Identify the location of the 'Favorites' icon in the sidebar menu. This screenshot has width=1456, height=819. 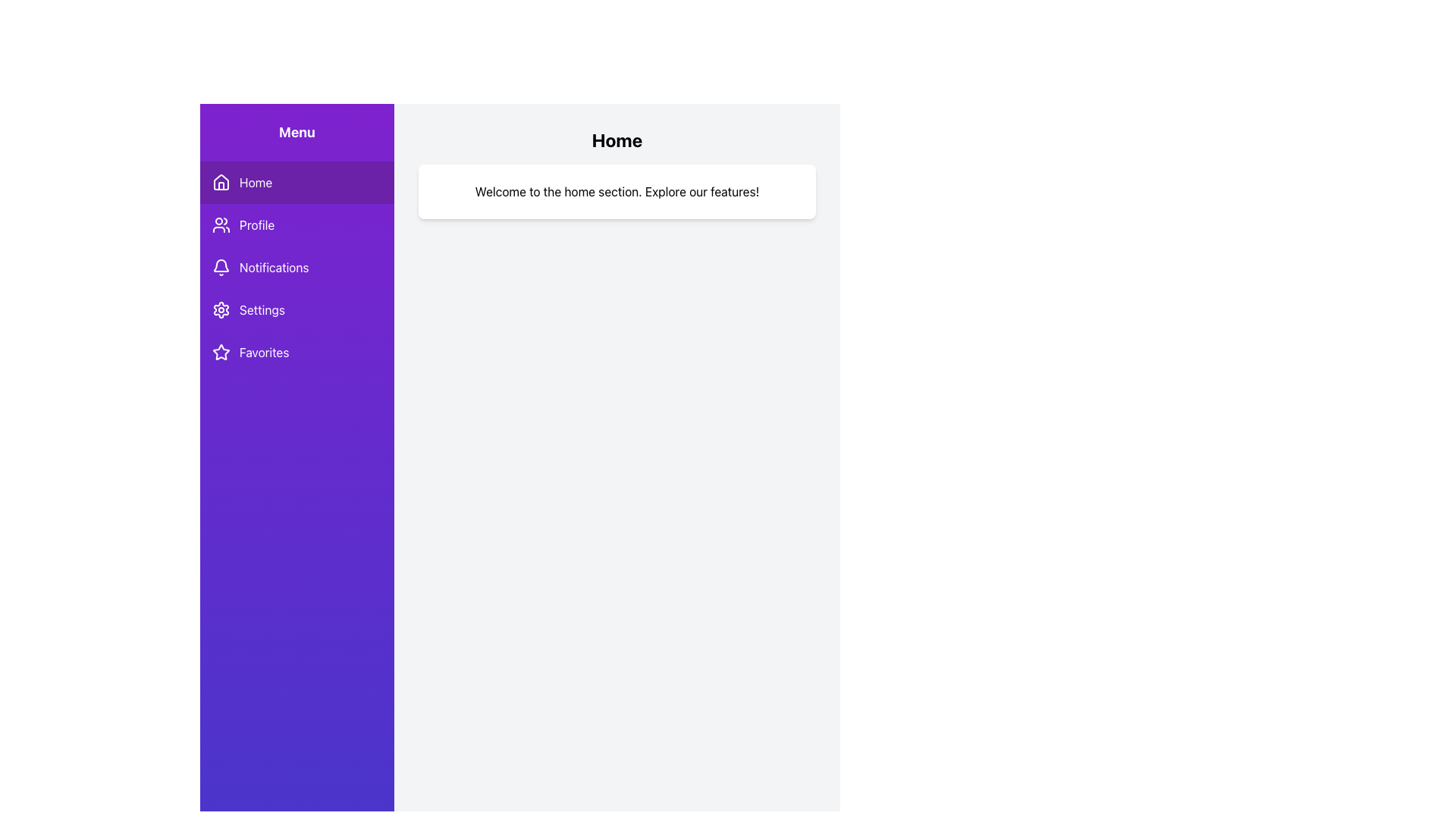
(221, 353).